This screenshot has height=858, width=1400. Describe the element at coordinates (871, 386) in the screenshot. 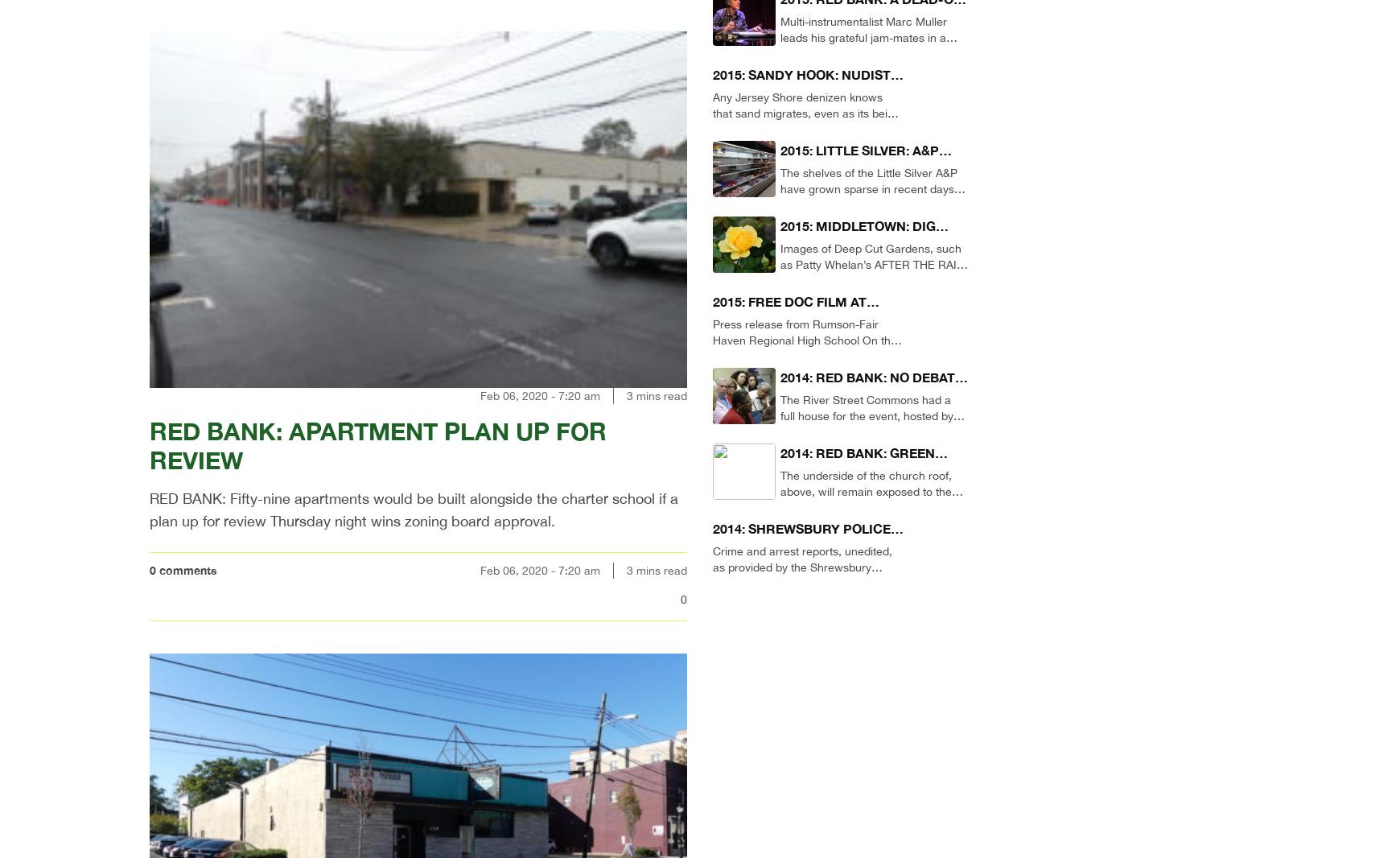

I see `'2014: RED BANK: NO DEBATE AS DEMS ARE NO-SHOWS'` at that location.